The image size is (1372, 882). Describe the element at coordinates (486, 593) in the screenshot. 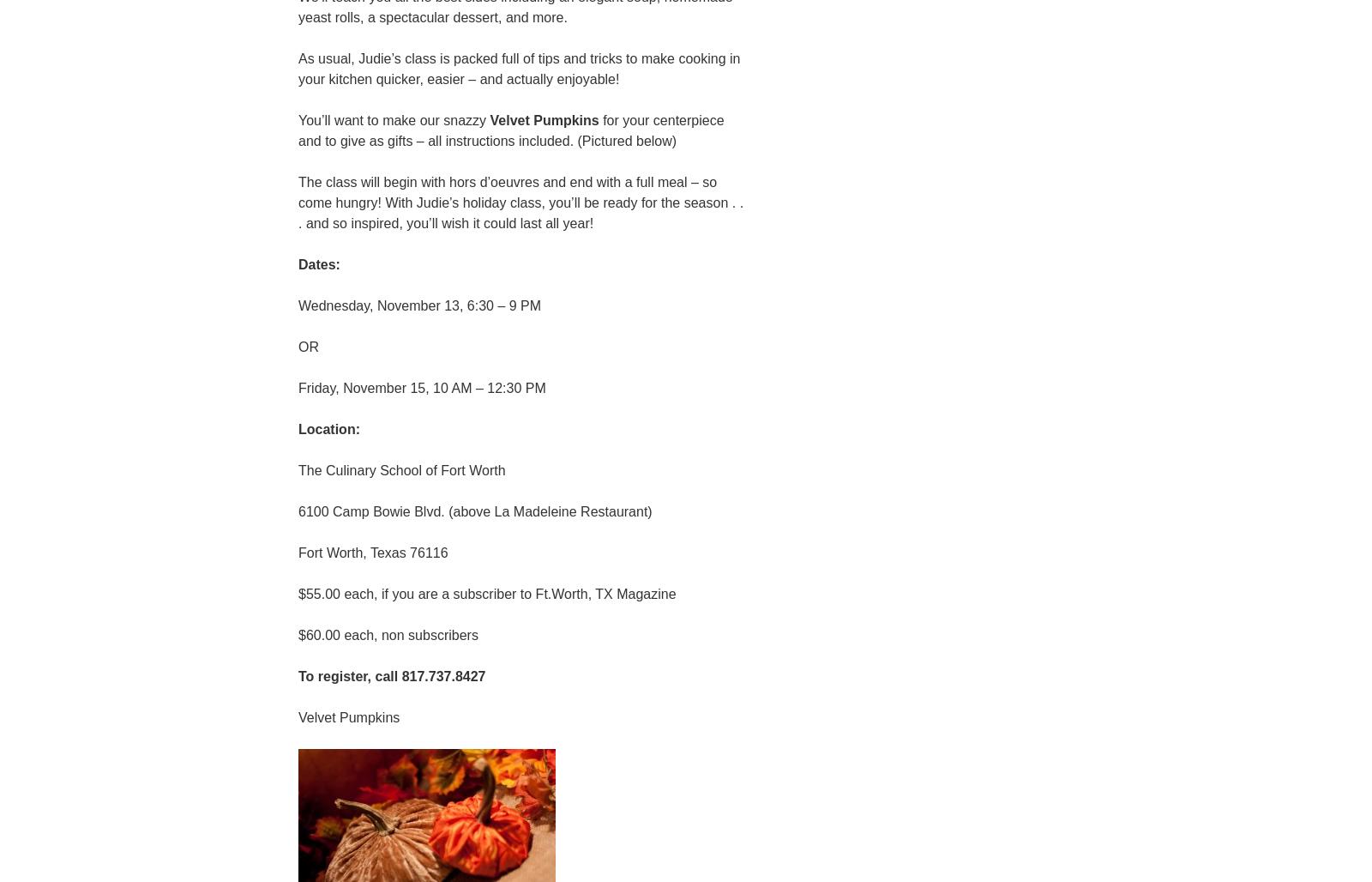

I see `'$55.00 each, if you are a subscriber to Ft.Worth, TX Magazine'` at that location.